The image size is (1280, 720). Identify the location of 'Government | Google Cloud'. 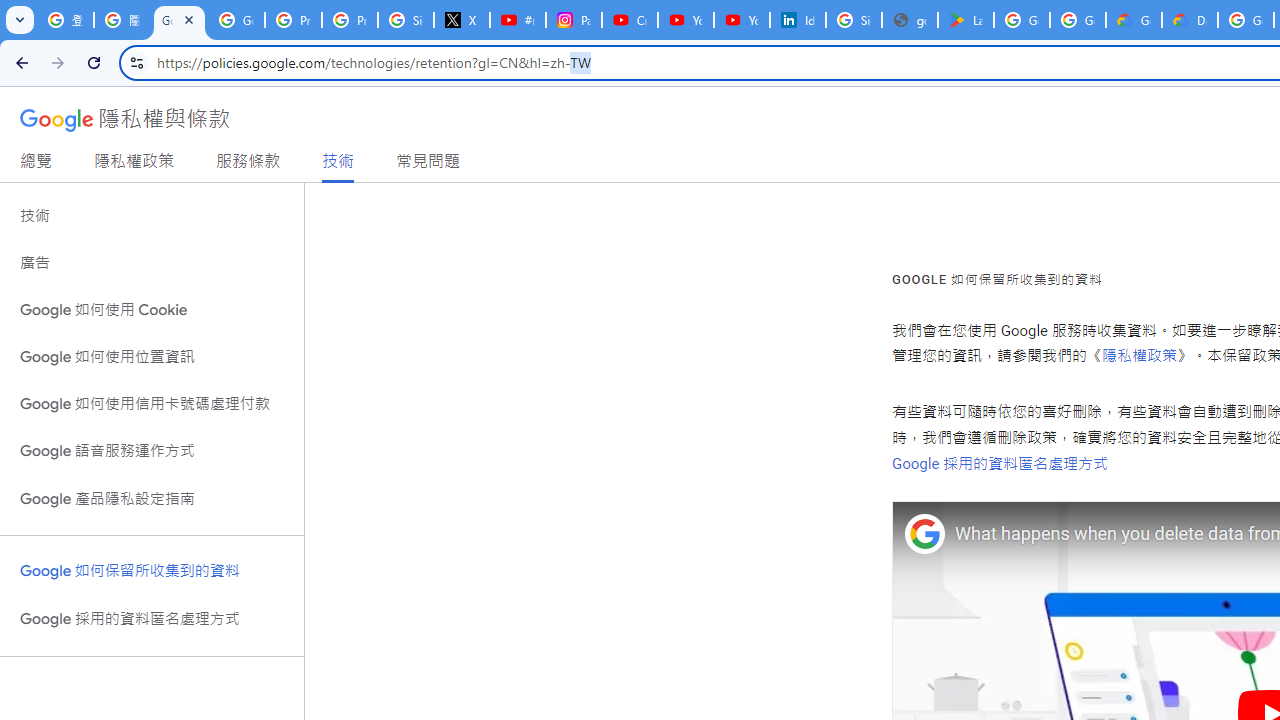
(1134, 20).